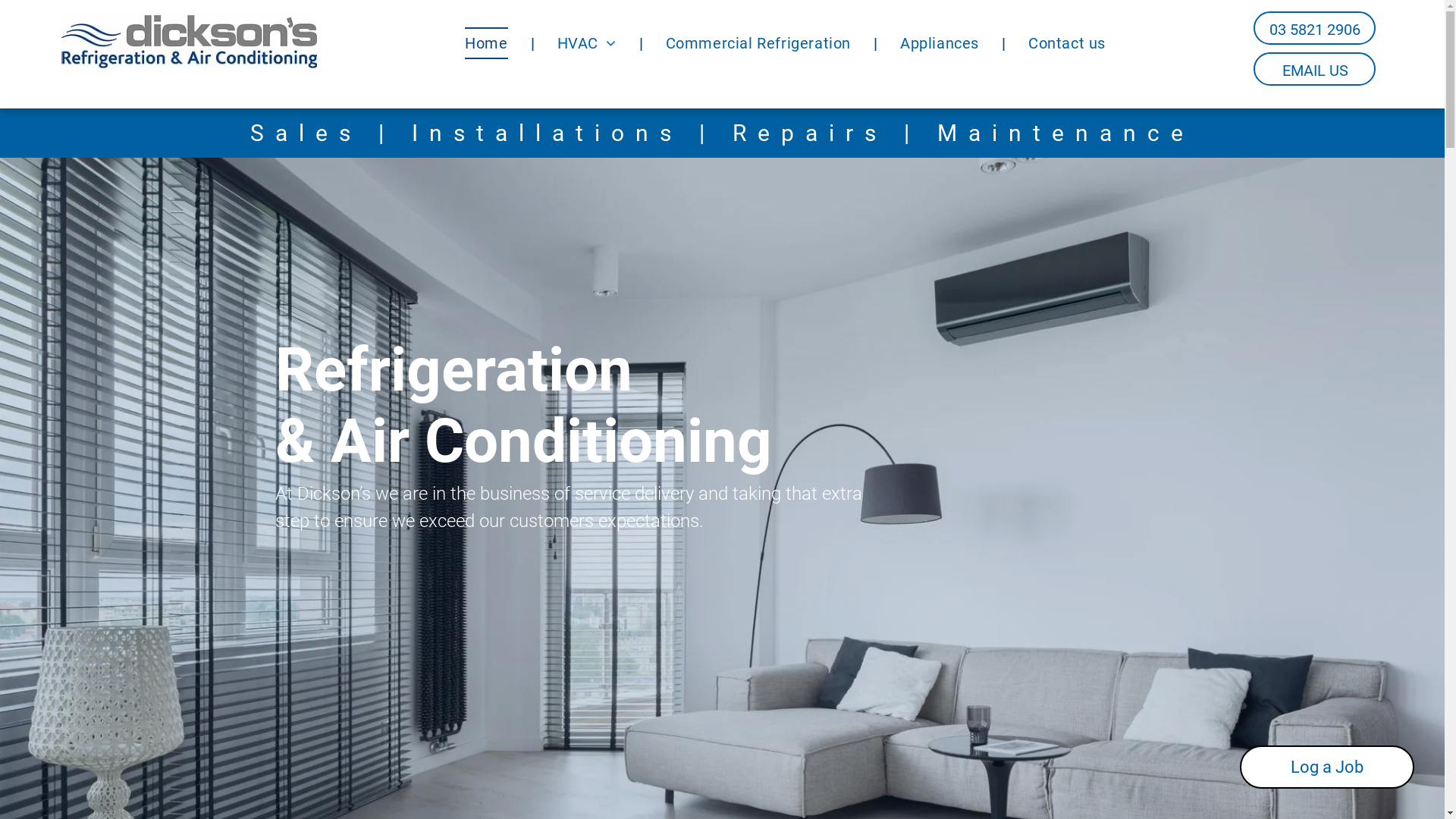 The height and width of the screenshot is (819, 1456). Describe the element at coordinates (1065, 42) in the screenshot. I see `'Contact us'` at that location.